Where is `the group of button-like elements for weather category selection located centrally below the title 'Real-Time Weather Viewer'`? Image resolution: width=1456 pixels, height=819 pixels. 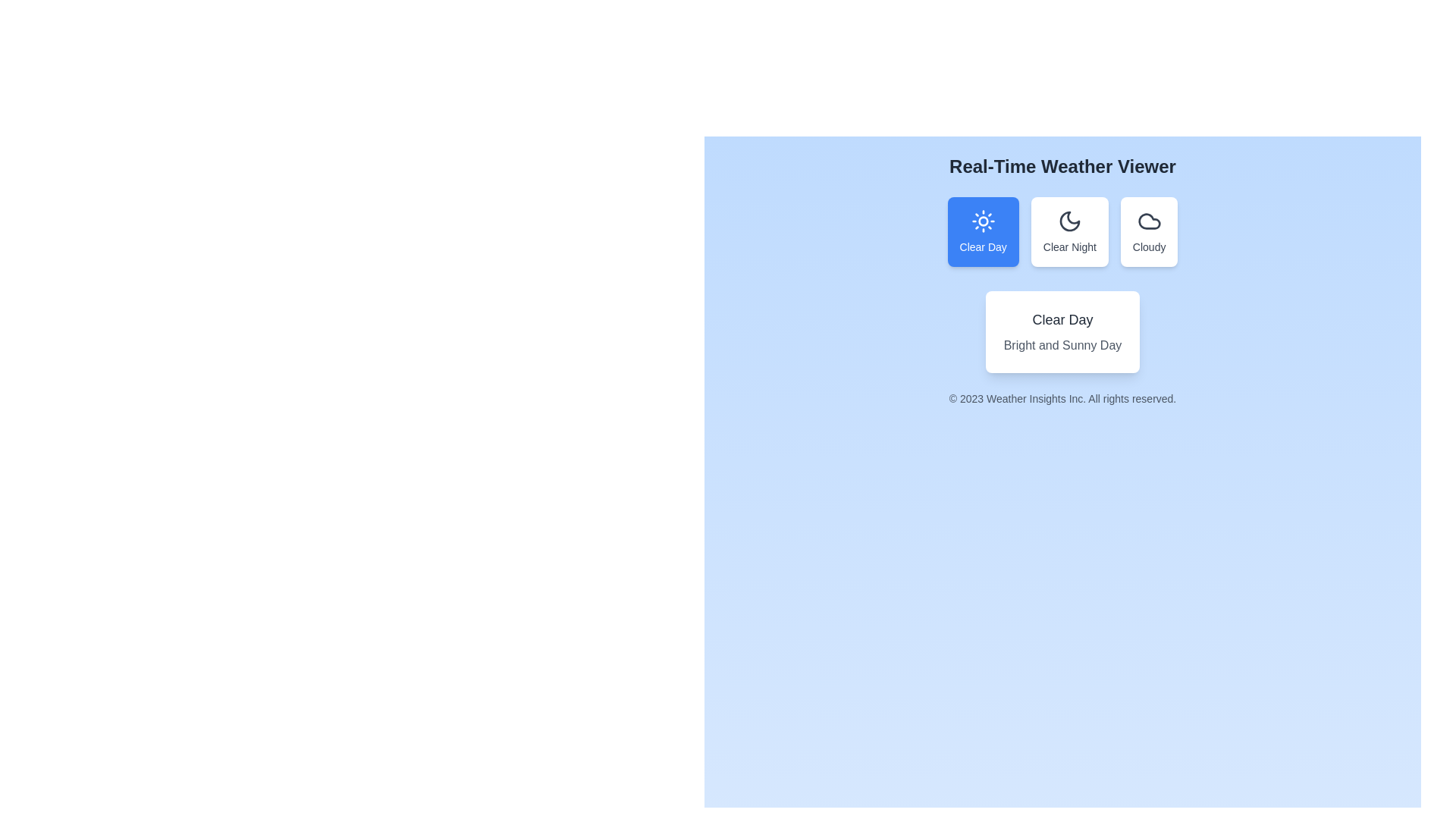
the group of button-like elements for weather category selection located centrally below the title 'Real-Time Weather Viewer' is located at coordinates (1062, 231).